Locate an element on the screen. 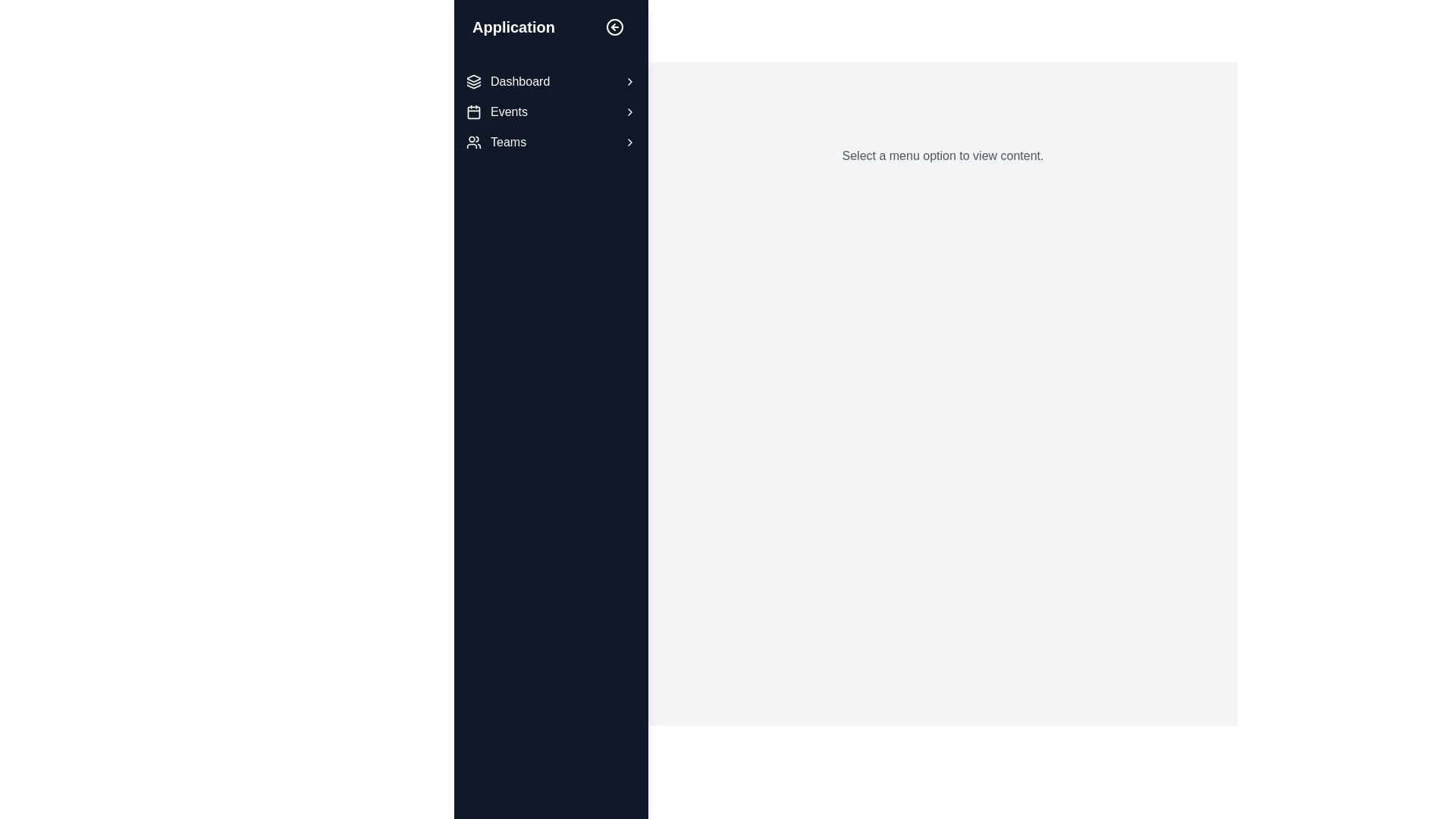 Image resolution: width=1456 pixels, height=819 pixels. the 'Dashboard' menu item icon located in the left sidebar is located at coordinates (472, 82).